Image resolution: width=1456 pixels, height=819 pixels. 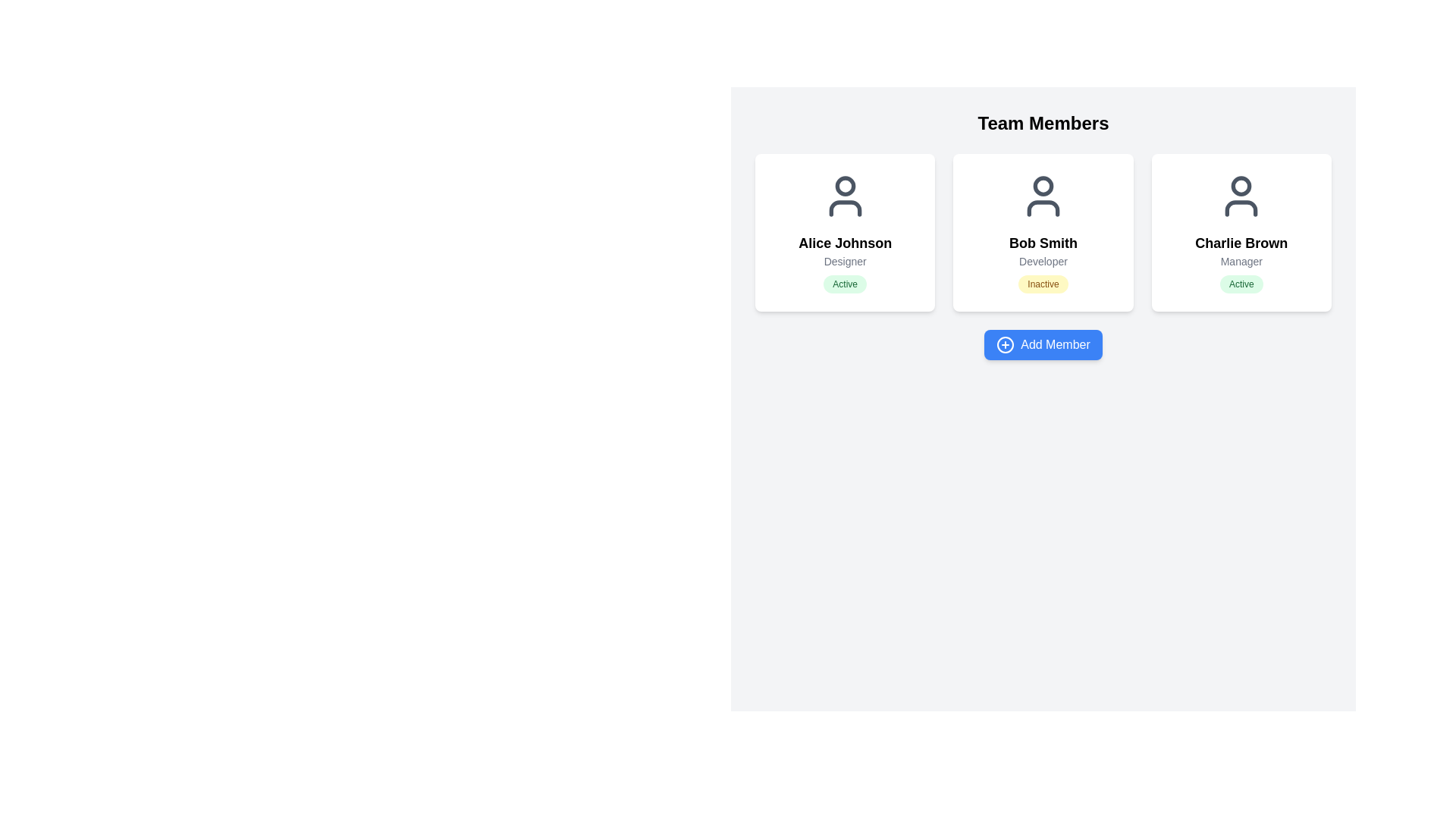 I want to click on the 'Team Members' header text, which is bold and large, centered at the top of the interface, so click(x=1043, y=122).